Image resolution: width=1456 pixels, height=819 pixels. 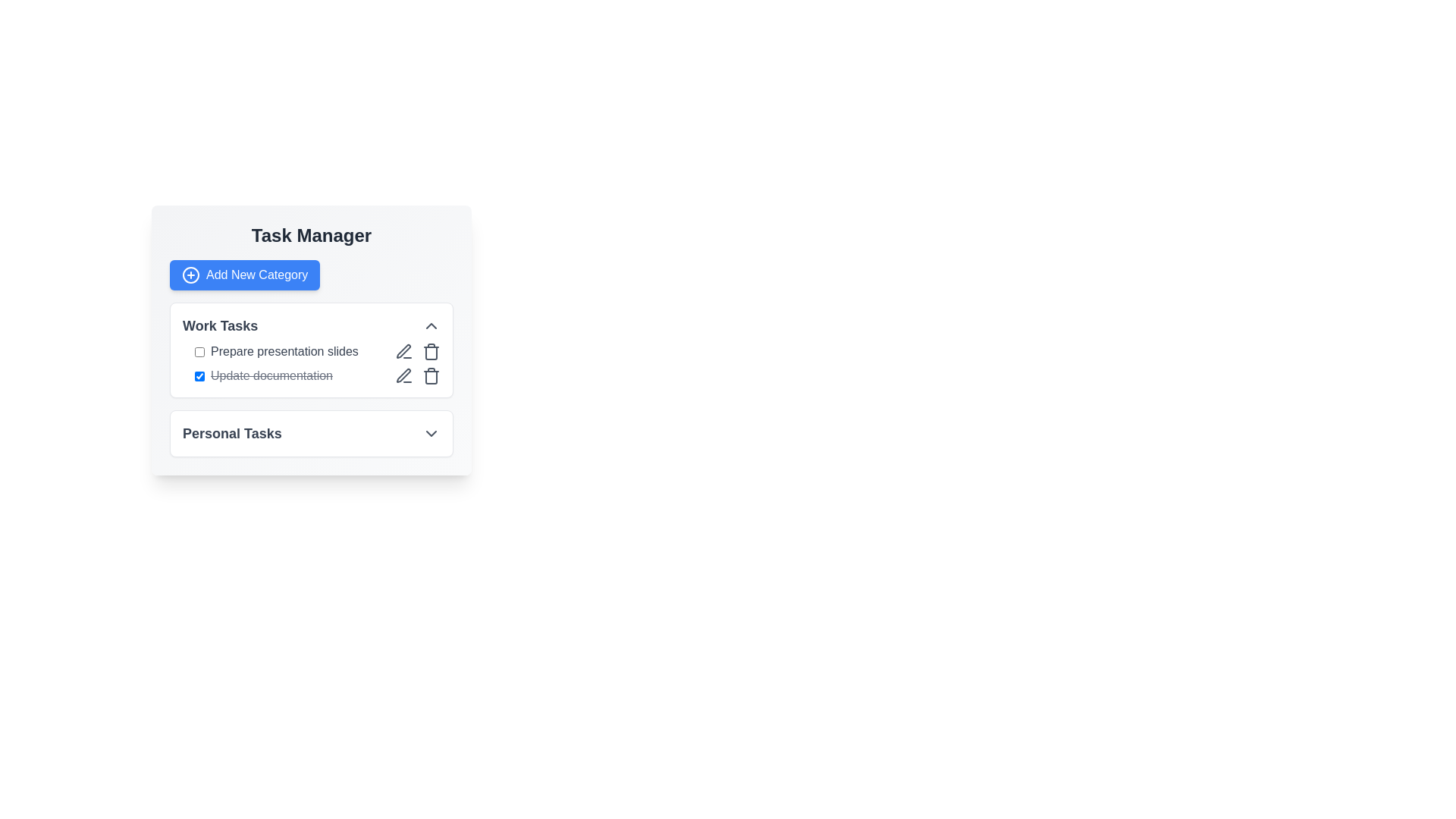 What do you see at coordinates (418, 375) in the screenshot?
I see `the trash icon in the Interactive control group located in the 'Work Tasks' section of the Task Manager interface` at bounding box center [418, 375].